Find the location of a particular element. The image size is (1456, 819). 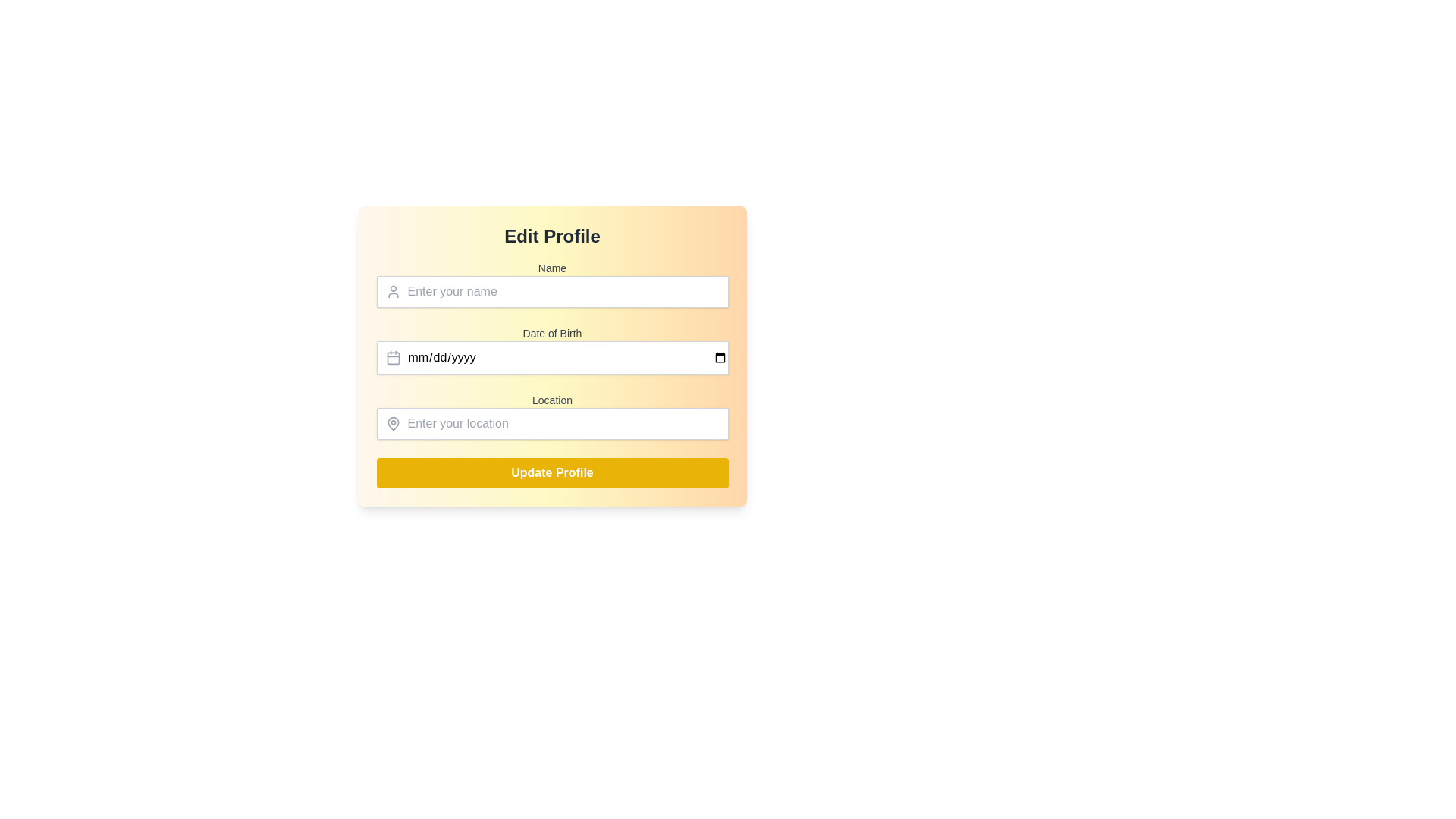

the date of birth input field, which is the second input field in the form is located at coordinates (551, 350).